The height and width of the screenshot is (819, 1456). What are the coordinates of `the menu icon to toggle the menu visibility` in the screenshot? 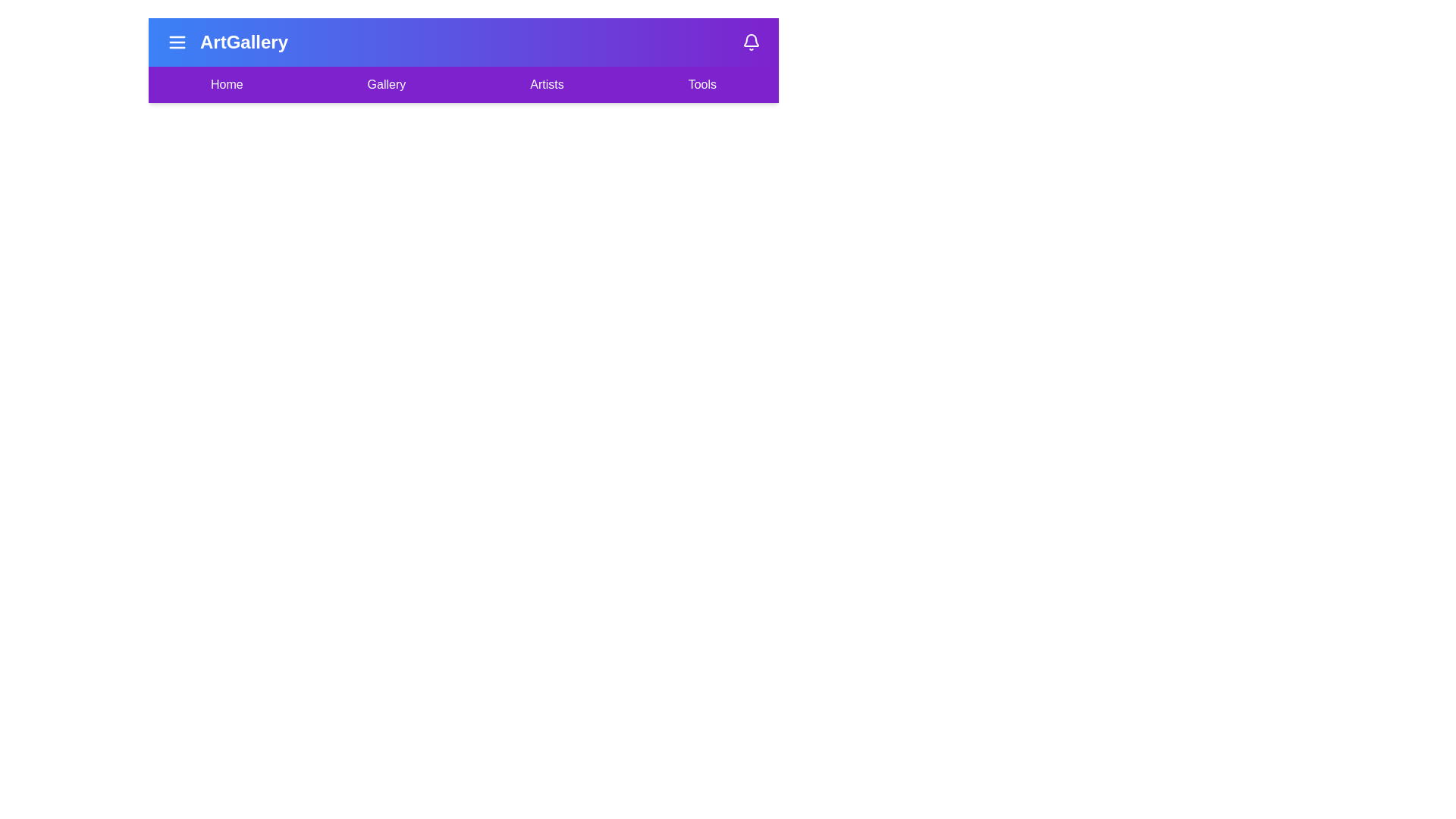 It's located at (177, 42).